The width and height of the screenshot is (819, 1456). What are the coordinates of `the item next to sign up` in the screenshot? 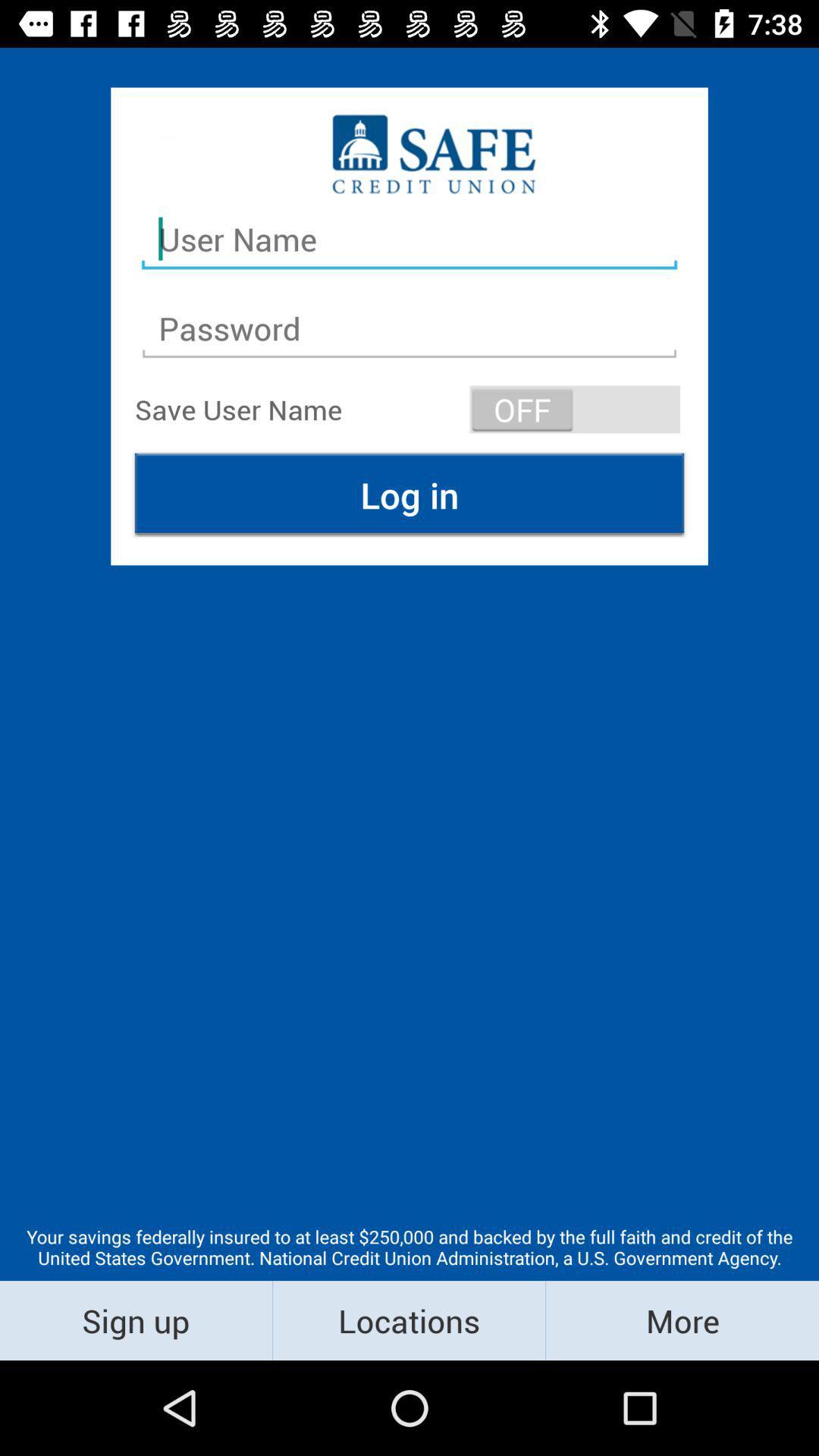 It's located at (408, 1319).